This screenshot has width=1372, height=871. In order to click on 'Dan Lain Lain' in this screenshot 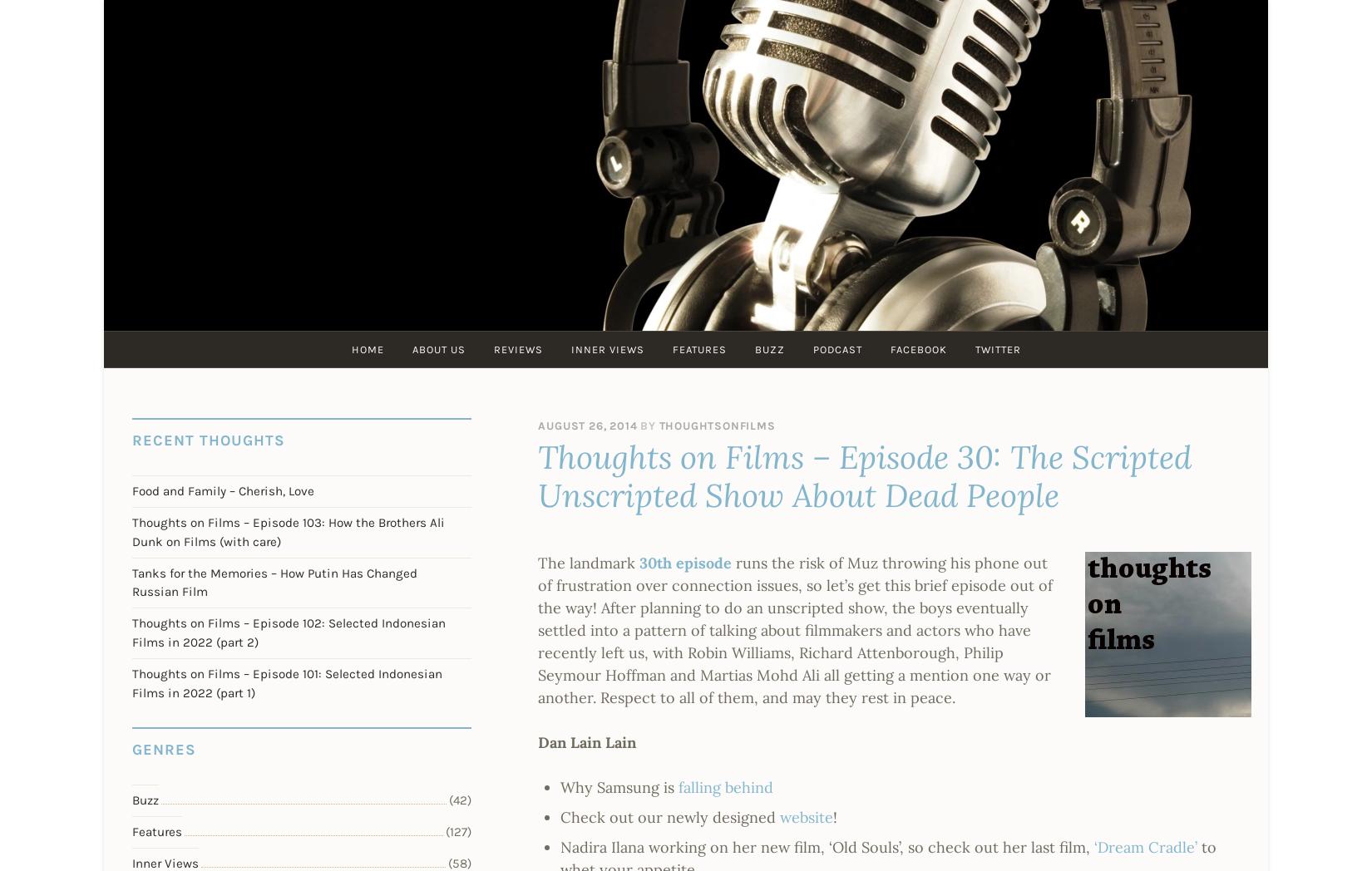, I will do `click(586, 741)`.